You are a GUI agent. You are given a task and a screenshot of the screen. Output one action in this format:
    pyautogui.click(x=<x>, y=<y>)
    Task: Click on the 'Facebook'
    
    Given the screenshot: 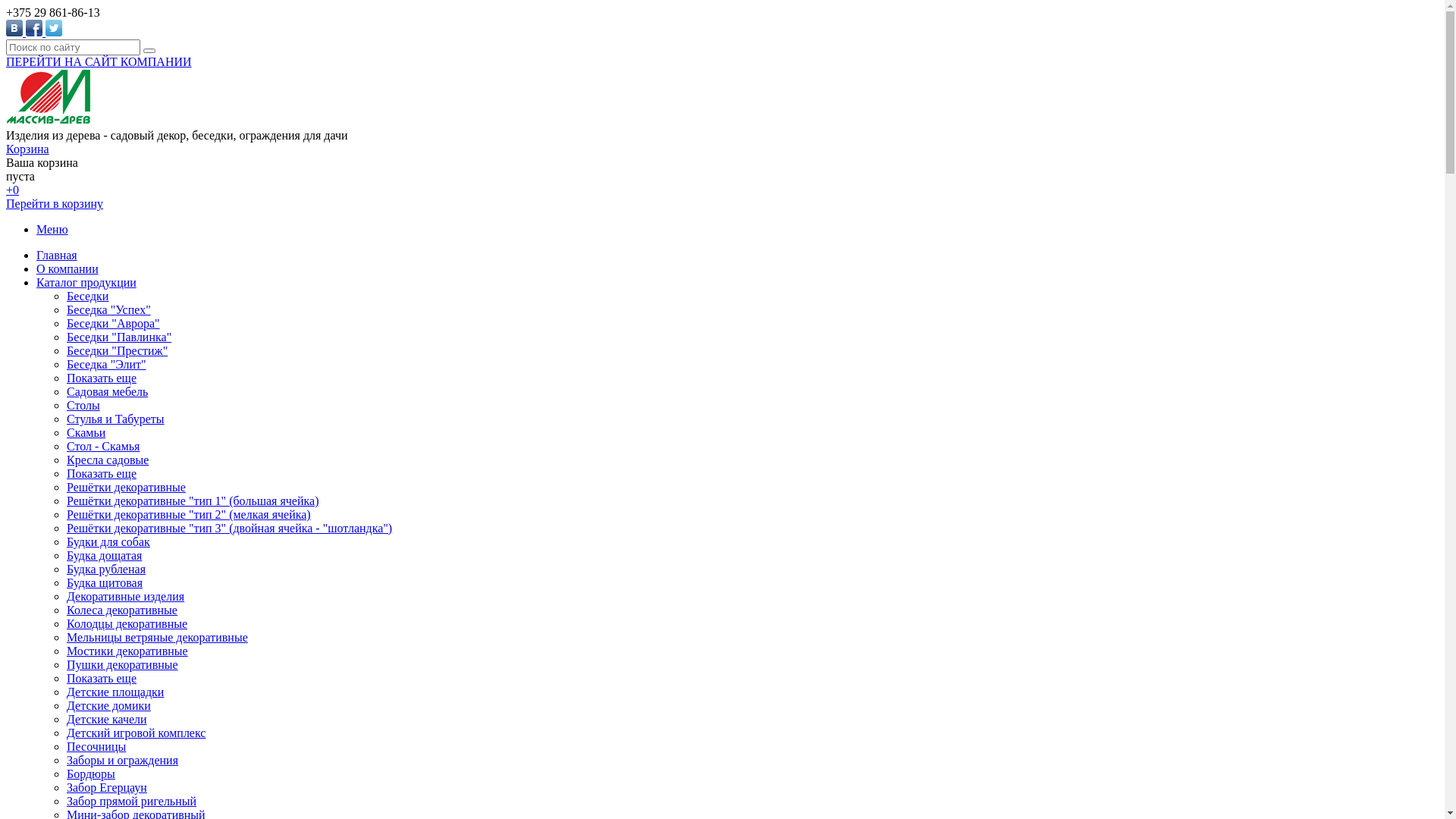 What is the action you would take?
    pyautogui.click(x=33, y=28)
    